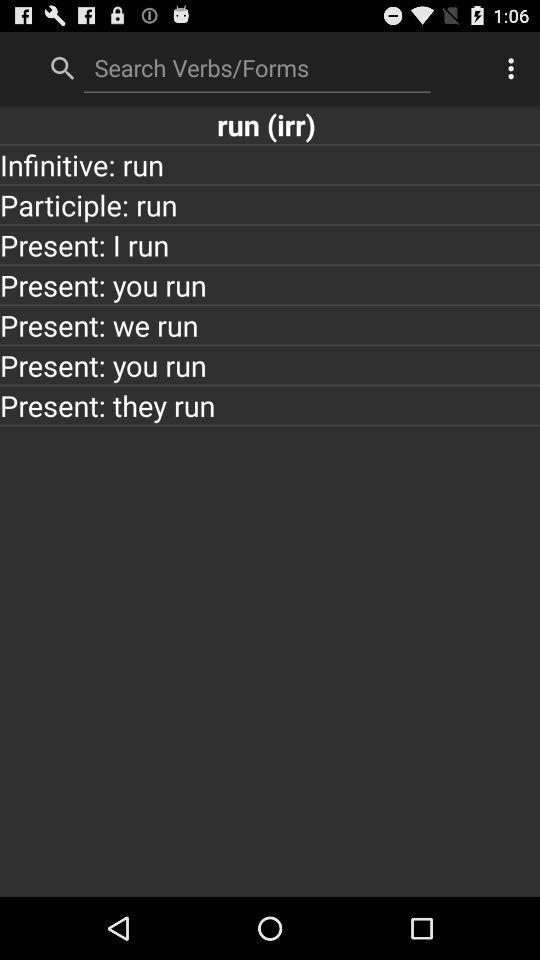 Image resolution: width=540 pixels, height=960 pixels. Describe the element at coordinates (513, 68) in the screenshot. I see `the icon above run (irr)  app` at that location.